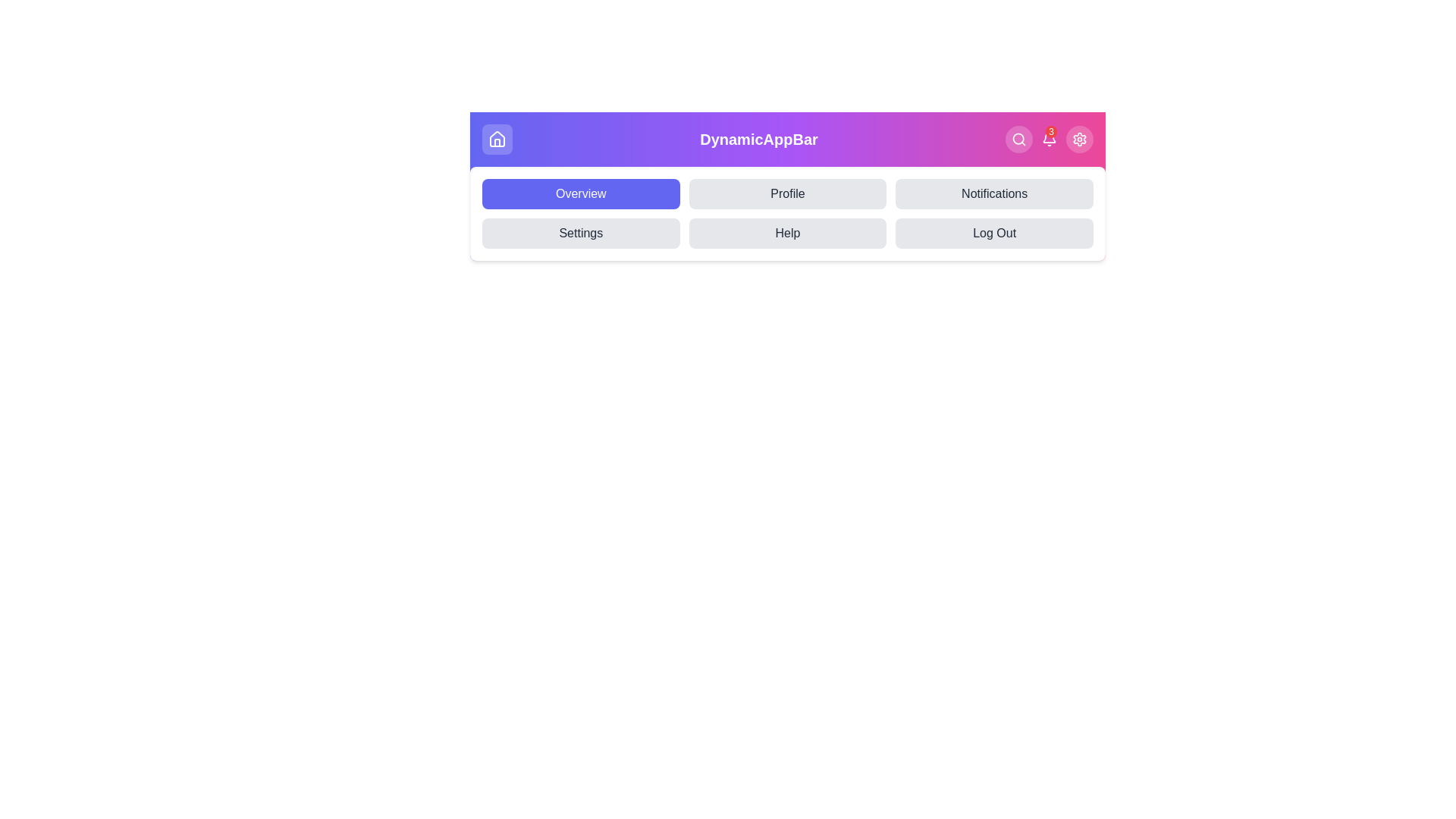 This screenshot has width=1456, height=819. What do you see at coordinates (1079, 140) in the screenshot?
I see `the settings icon to access the settings` at bounding box center [1079, 140].